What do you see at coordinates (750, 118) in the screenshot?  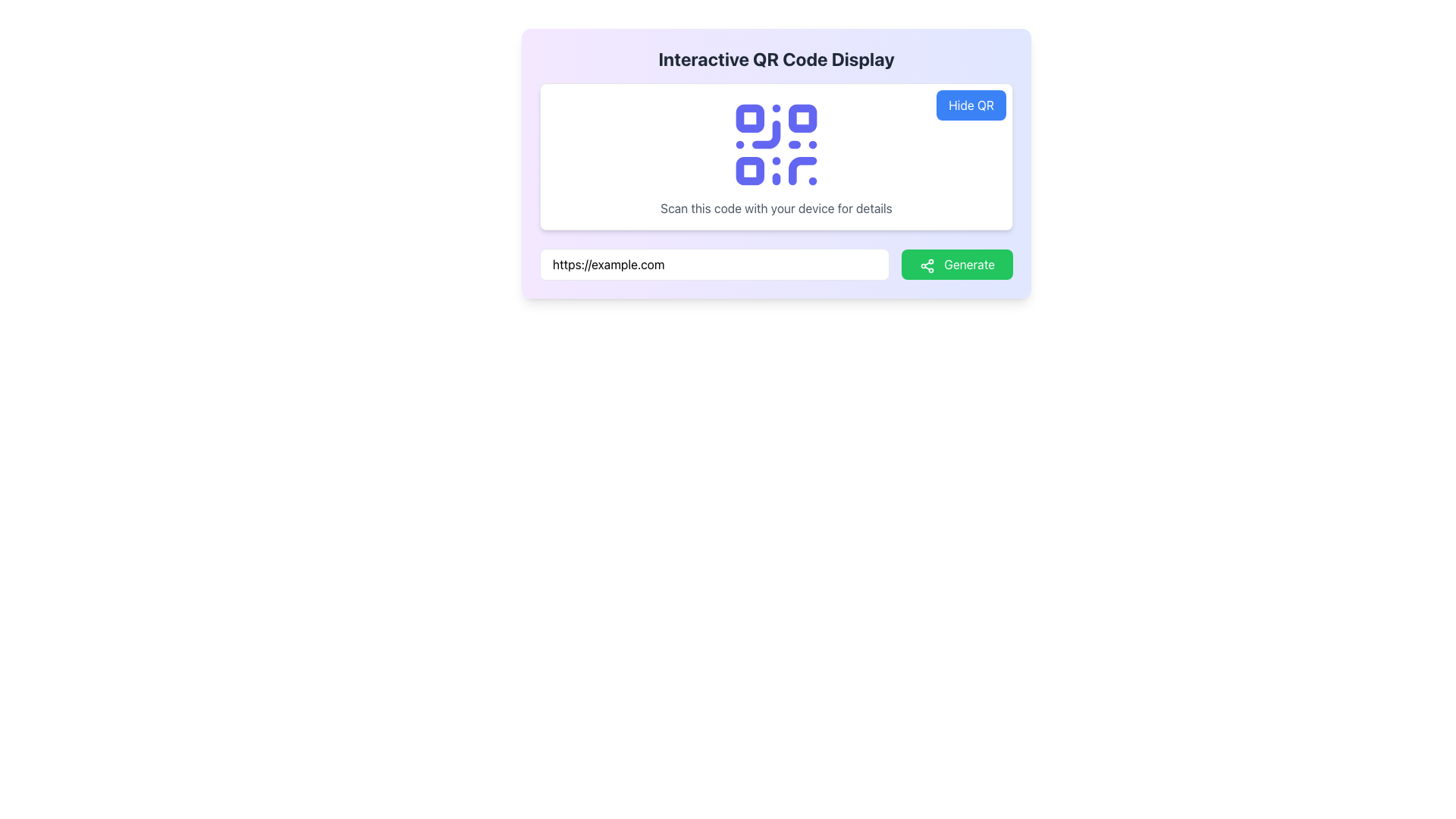 I see `the top-left square of the QR code pattern, which is part of the 'Interactive QR Code Display' component` at bounding box center [750, 118].